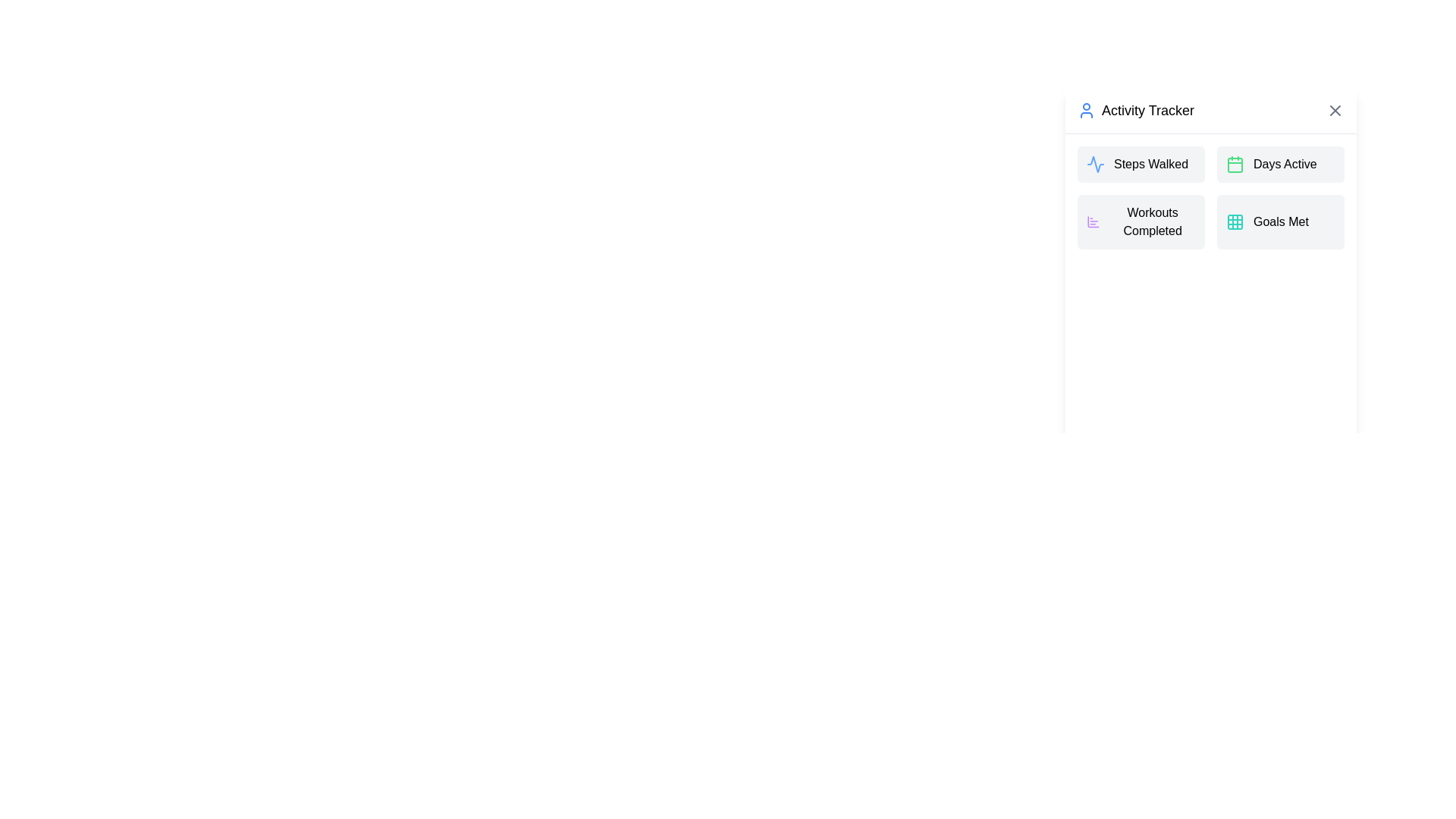 Image resolution: width=1456 pixels, height=819 pixels. What do you see at coordinates (1094, 222) in the screenshot?
I see `the Iconographic SVG component representing 'Workouts Completed' in the 'Activity Tracker' module, located towards the lower-left section of the widget menu` at bounding box center [1094, 222].